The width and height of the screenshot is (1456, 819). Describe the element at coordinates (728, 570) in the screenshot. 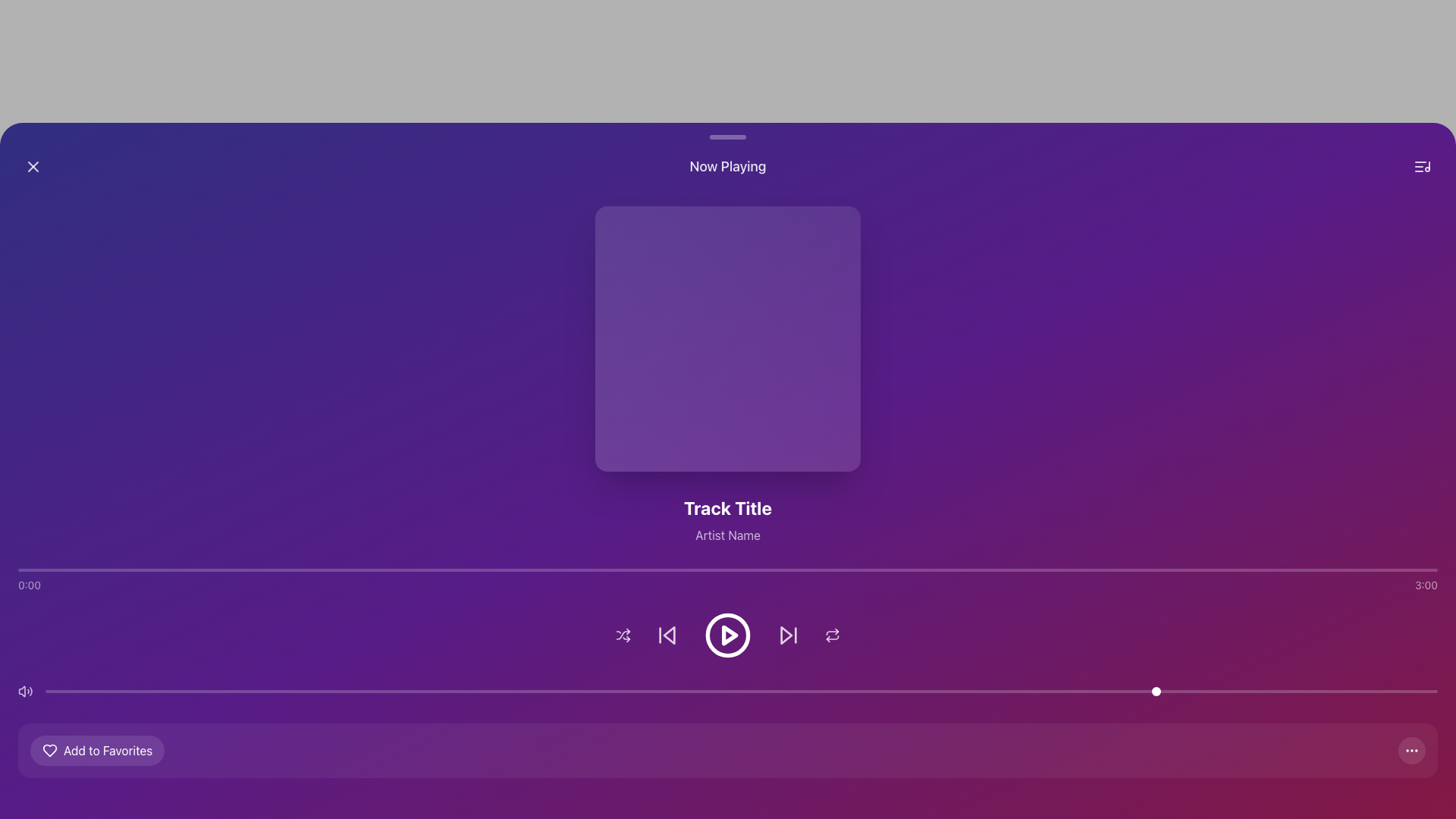

I see `the progress bar or timeline tracker located at the bottom of the main content section, between the time labels '0:00' and '3:00'` at that location.